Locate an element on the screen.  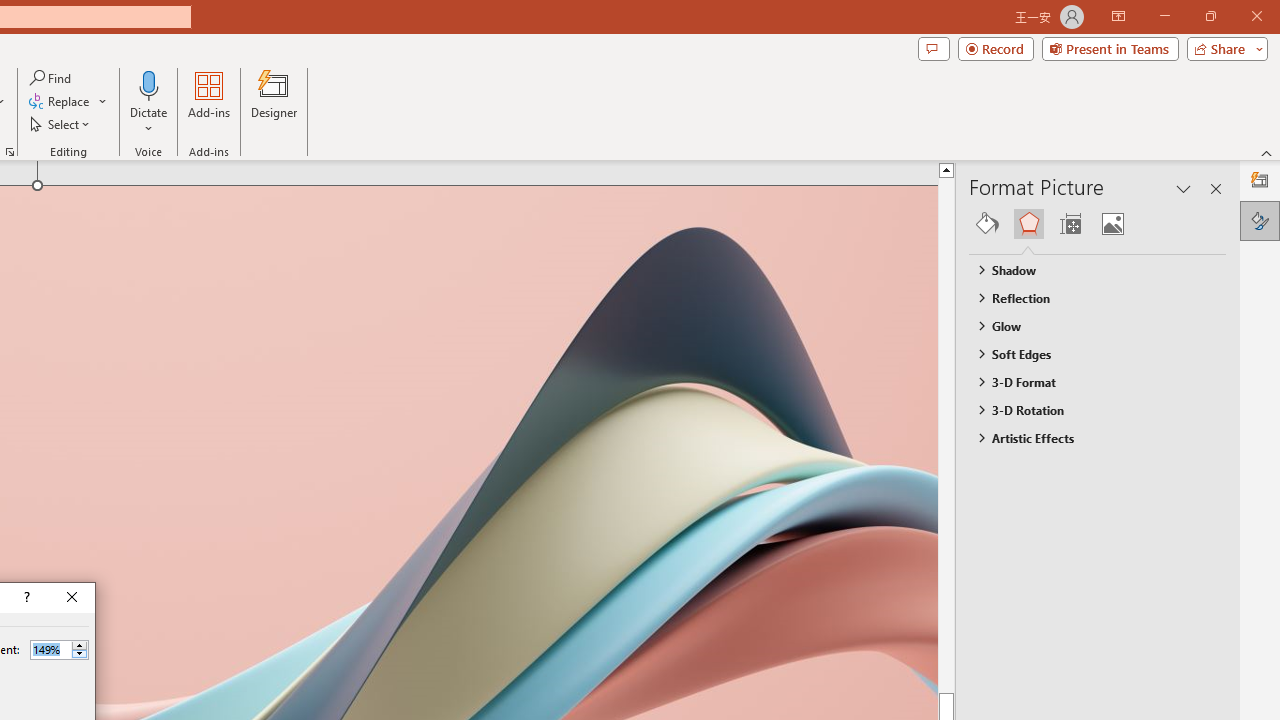
'Percent' is located at coordinates (59, 650).